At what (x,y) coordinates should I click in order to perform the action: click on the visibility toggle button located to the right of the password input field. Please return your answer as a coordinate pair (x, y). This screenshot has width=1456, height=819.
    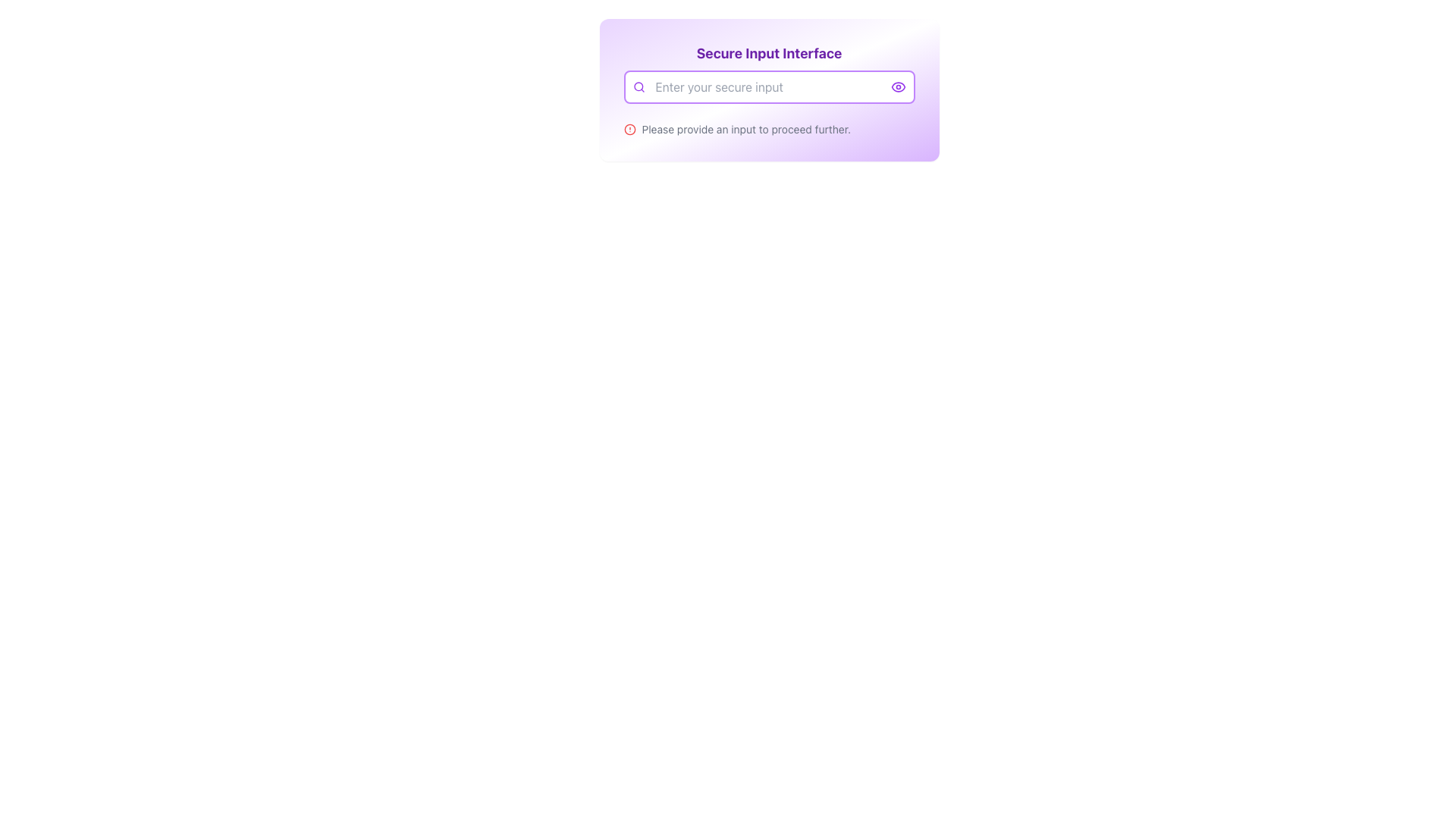
    Looking at the image, I should click on (898, 87).